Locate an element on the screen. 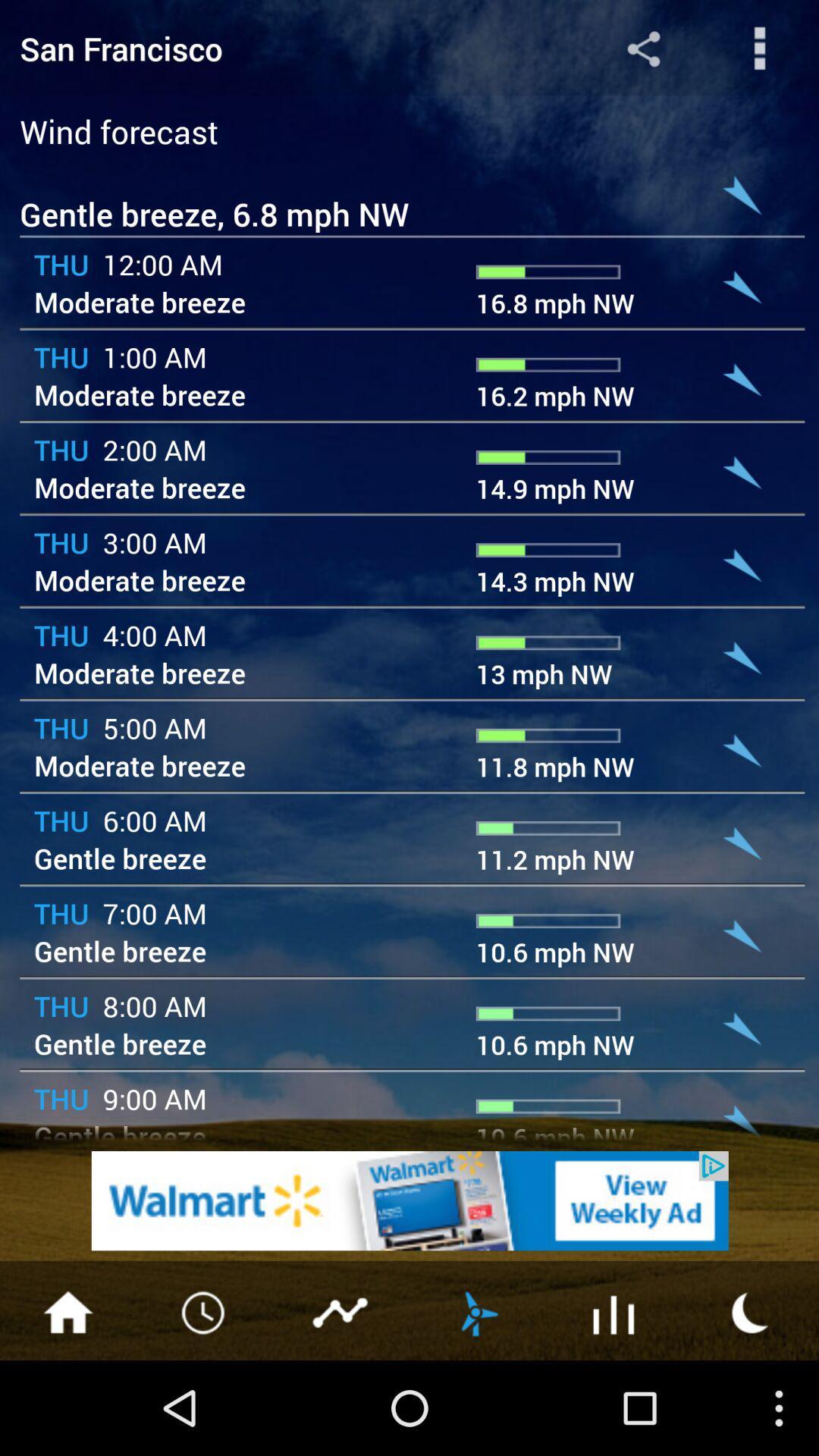 This screenshot has width=819, height=1456. the symbol is located at coordinates (614, 1310).